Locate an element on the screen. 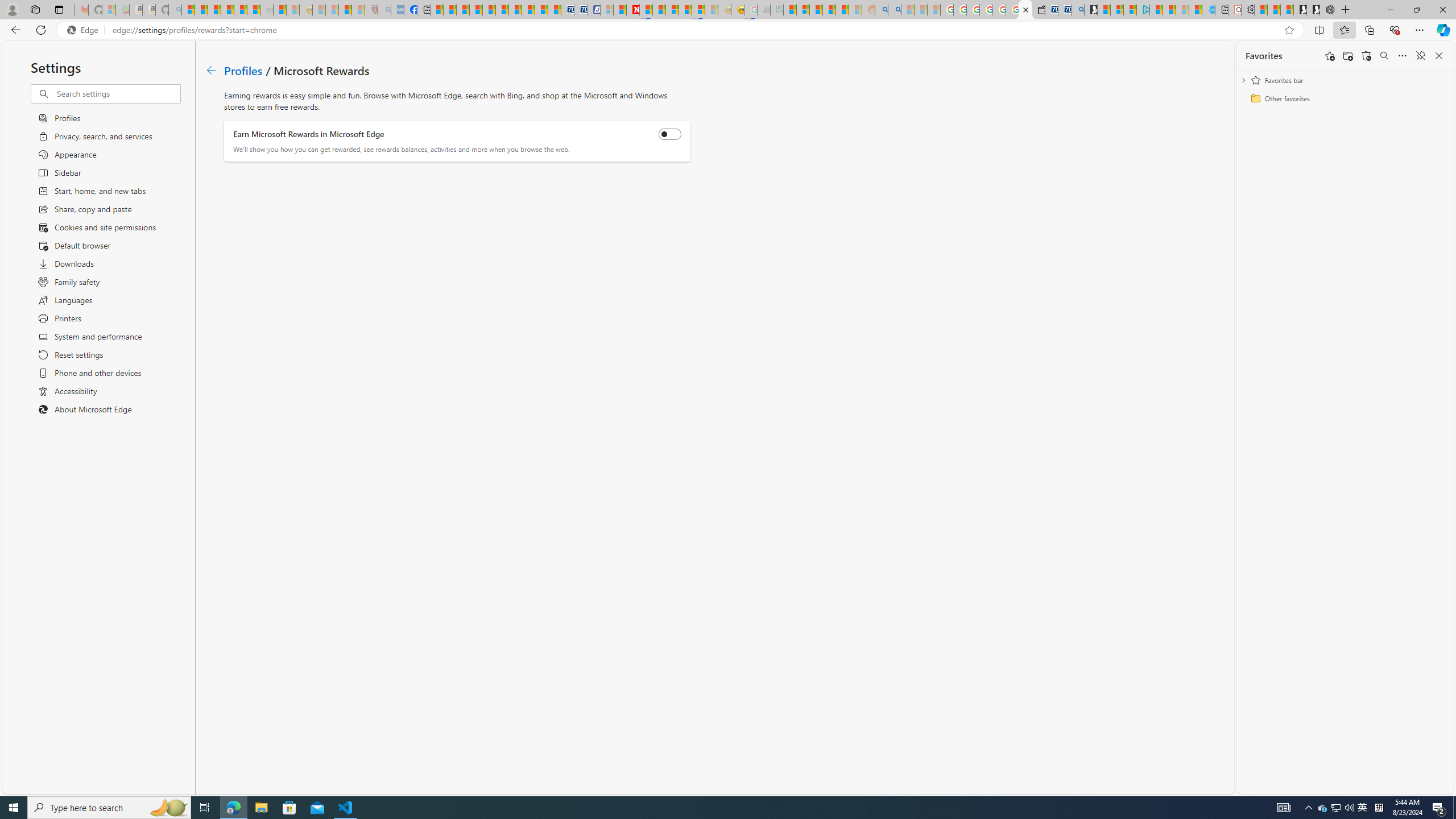 The width and height of the screenshot is (1456, 819). 'Utah sues federal government - Search' is located at coordinates (895, 9).